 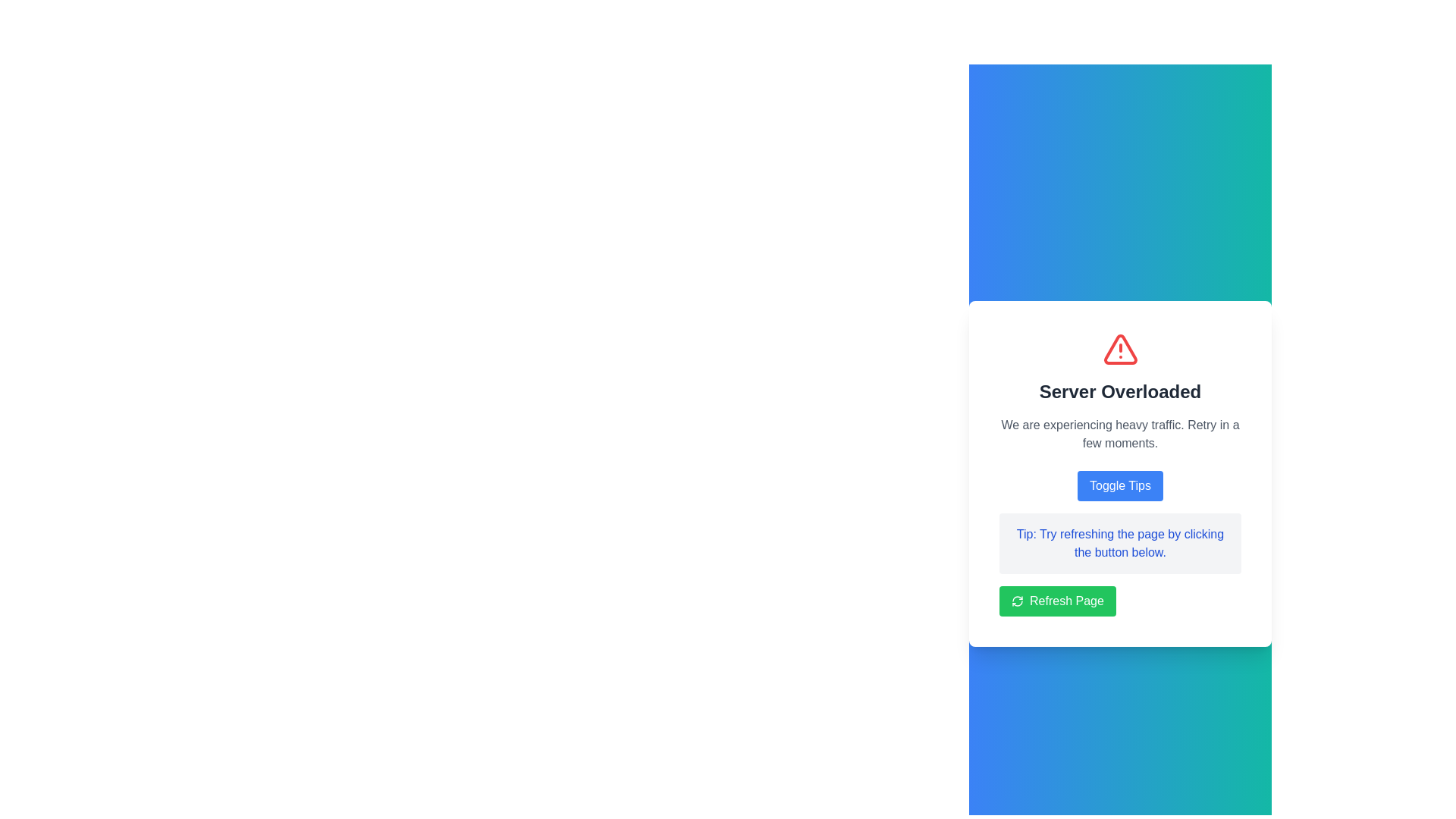 I want to click on the 'Refresh Page' button with rounded corners and a green background, located at the bottom of the 'Server Overloaded' notification card to observe any hover effects, so click(x=1056, y=601).